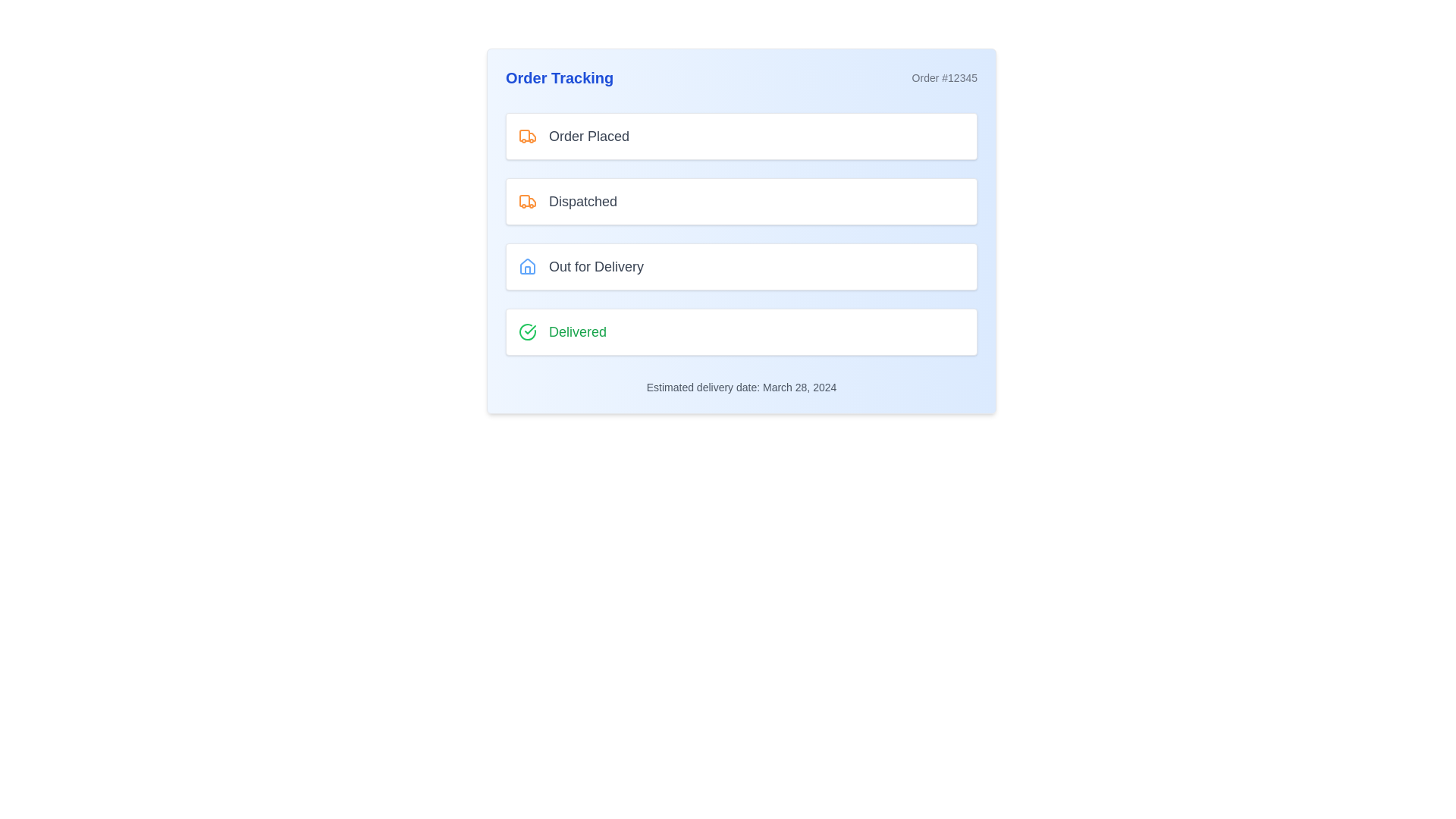  I want to click on the circular icon with a green outline that represents the 'Delivered' status in the order status steps, so click(528, 331).